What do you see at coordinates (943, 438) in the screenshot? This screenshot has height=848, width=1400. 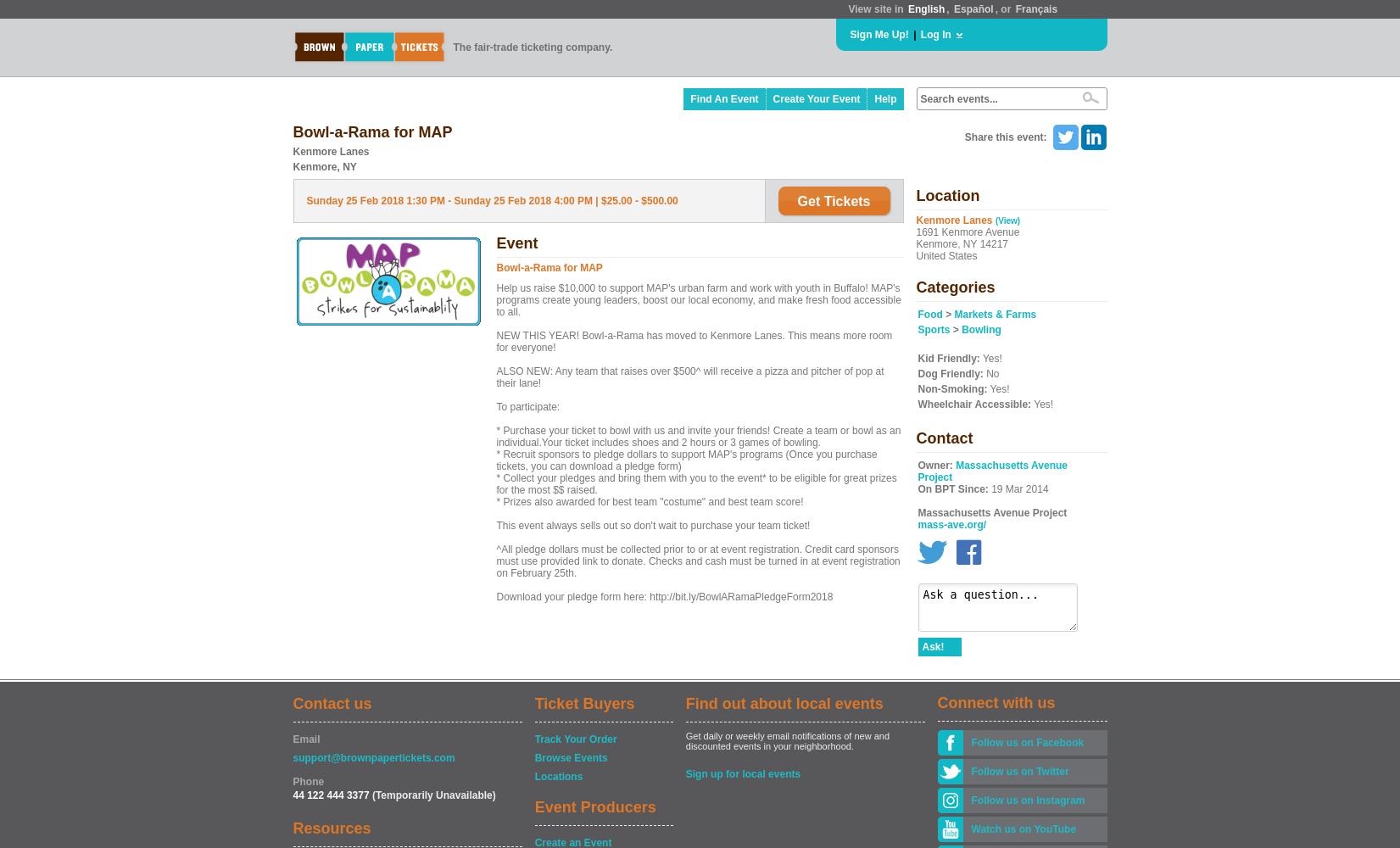 I see `'Contact'` at bounding box center [943, 438].